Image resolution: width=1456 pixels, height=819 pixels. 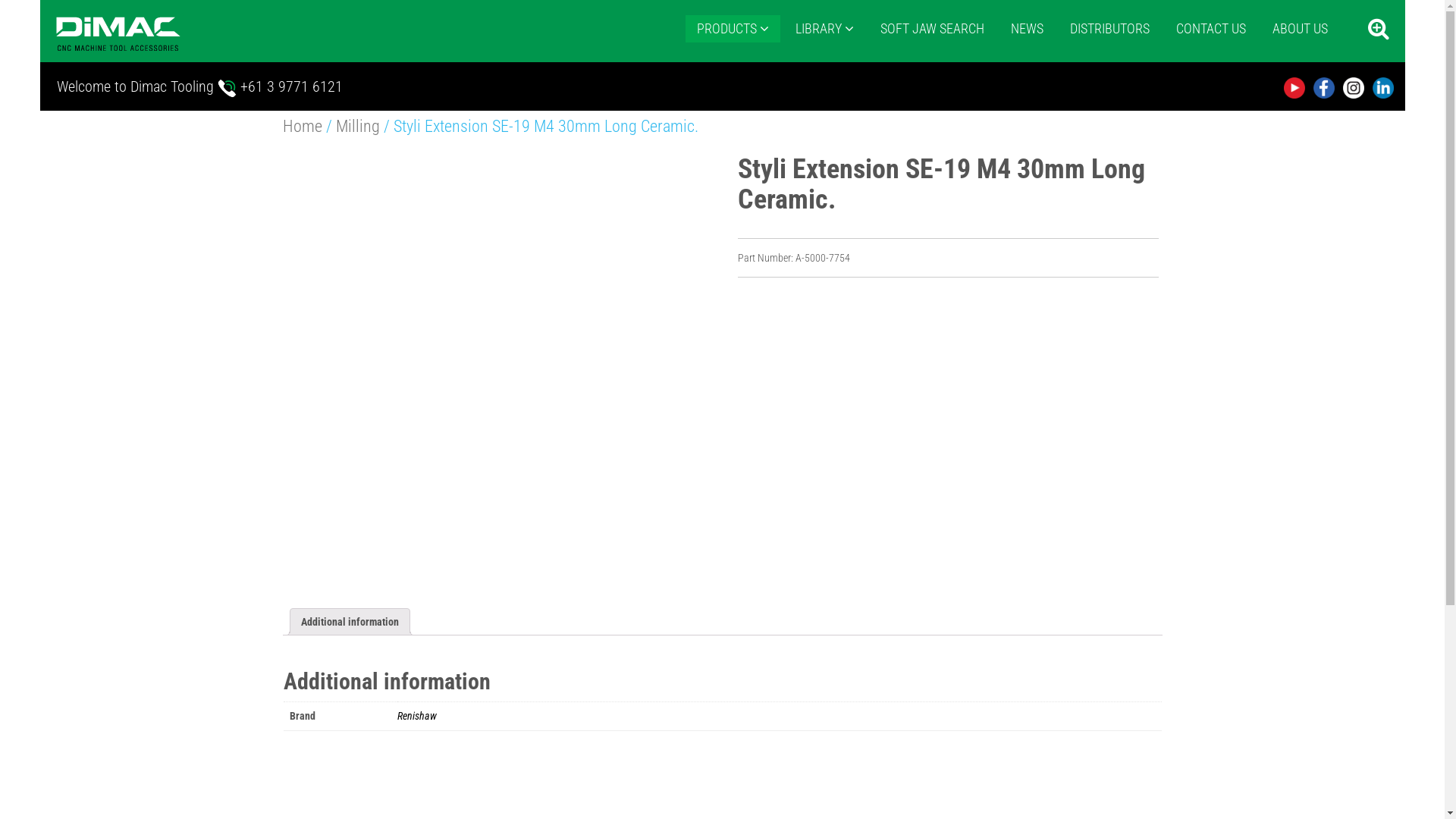 I want to click on 'SOFT JAW SEARCH', so click(x=931, y=29).